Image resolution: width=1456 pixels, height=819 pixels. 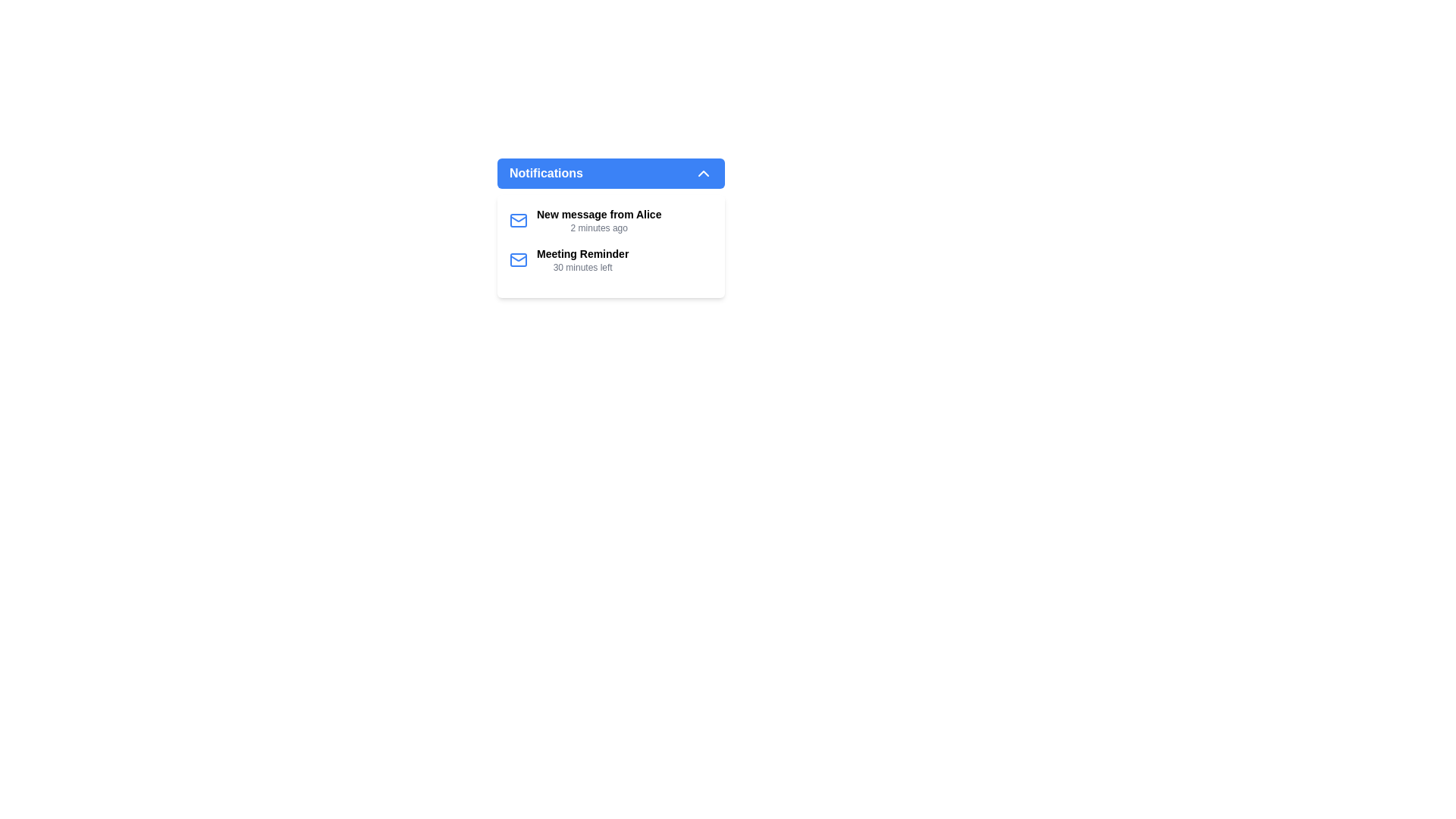 I want to click on the second notification entry in the notification list that informs the user about an upcoming meeting event, so click(x=582, y=259).